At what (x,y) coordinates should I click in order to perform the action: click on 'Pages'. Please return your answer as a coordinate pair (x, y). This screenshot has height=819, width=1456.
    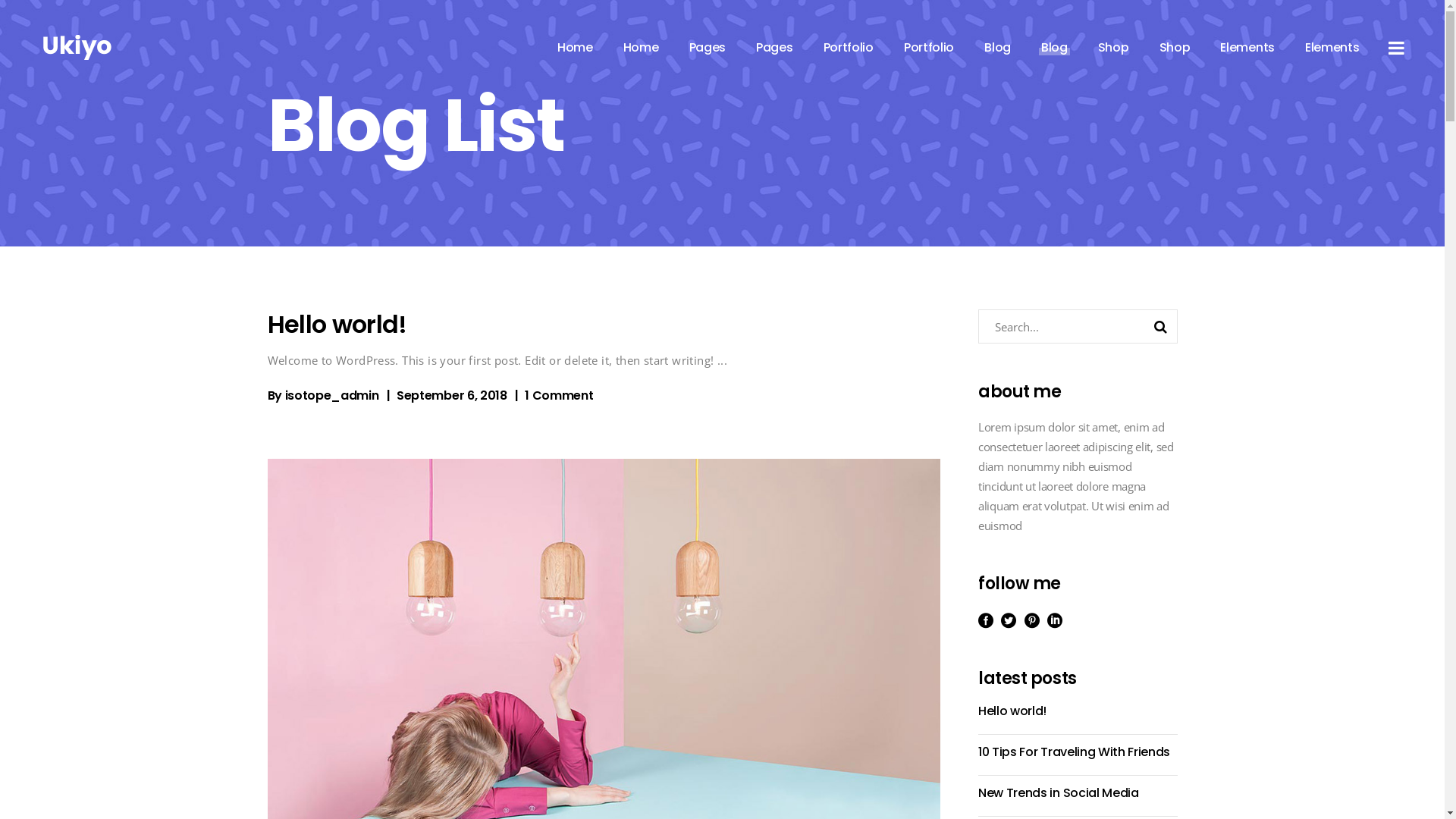
    Looking at the image, I should click on (706, 46).